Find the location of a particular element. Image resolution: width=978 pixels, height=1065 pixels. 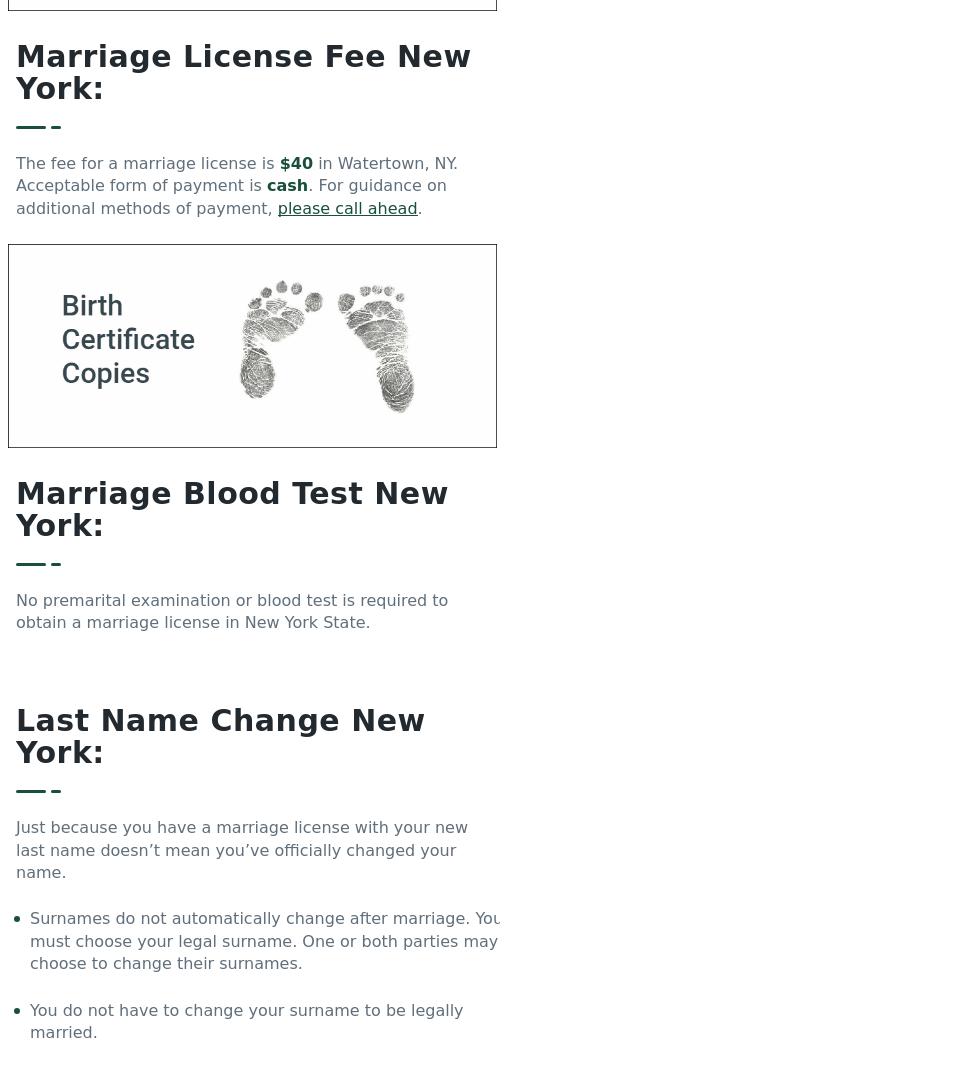

'Marriage License Fee New York:' is located at coordinates (16, 71).